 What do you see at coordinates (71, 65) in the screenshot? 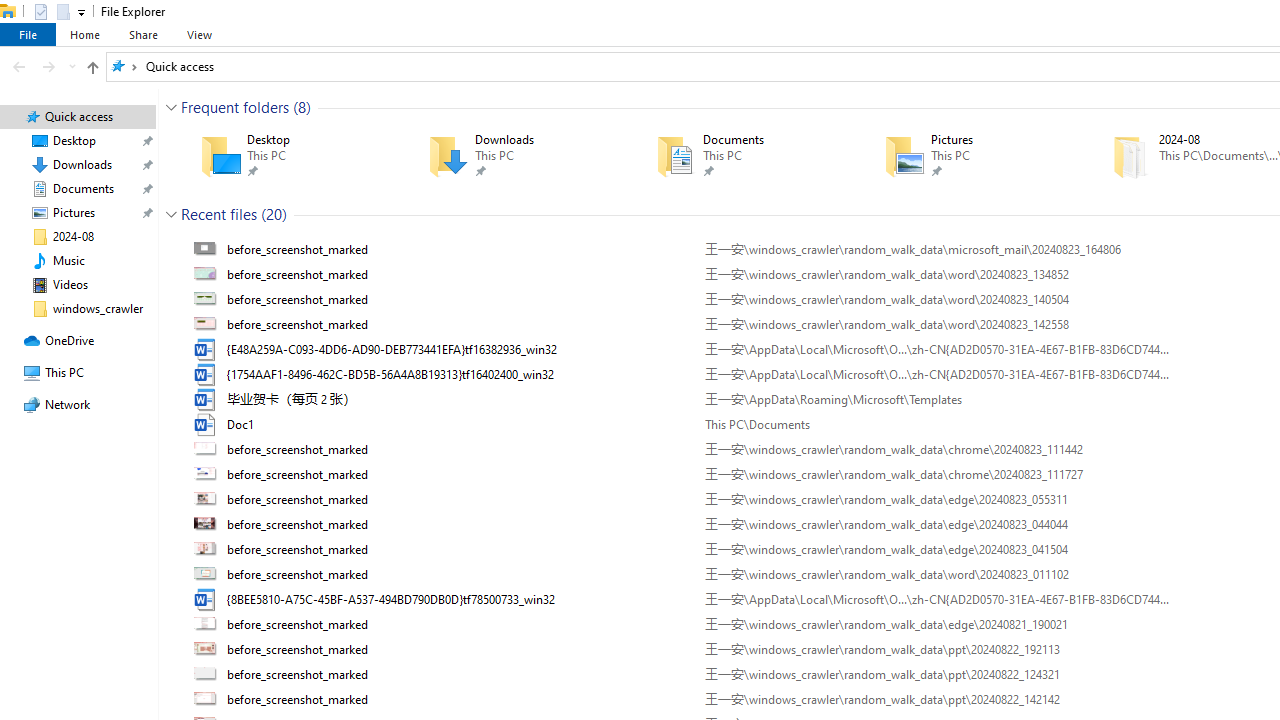
I see `'Recent locations'` at bounding box center [71, 65].